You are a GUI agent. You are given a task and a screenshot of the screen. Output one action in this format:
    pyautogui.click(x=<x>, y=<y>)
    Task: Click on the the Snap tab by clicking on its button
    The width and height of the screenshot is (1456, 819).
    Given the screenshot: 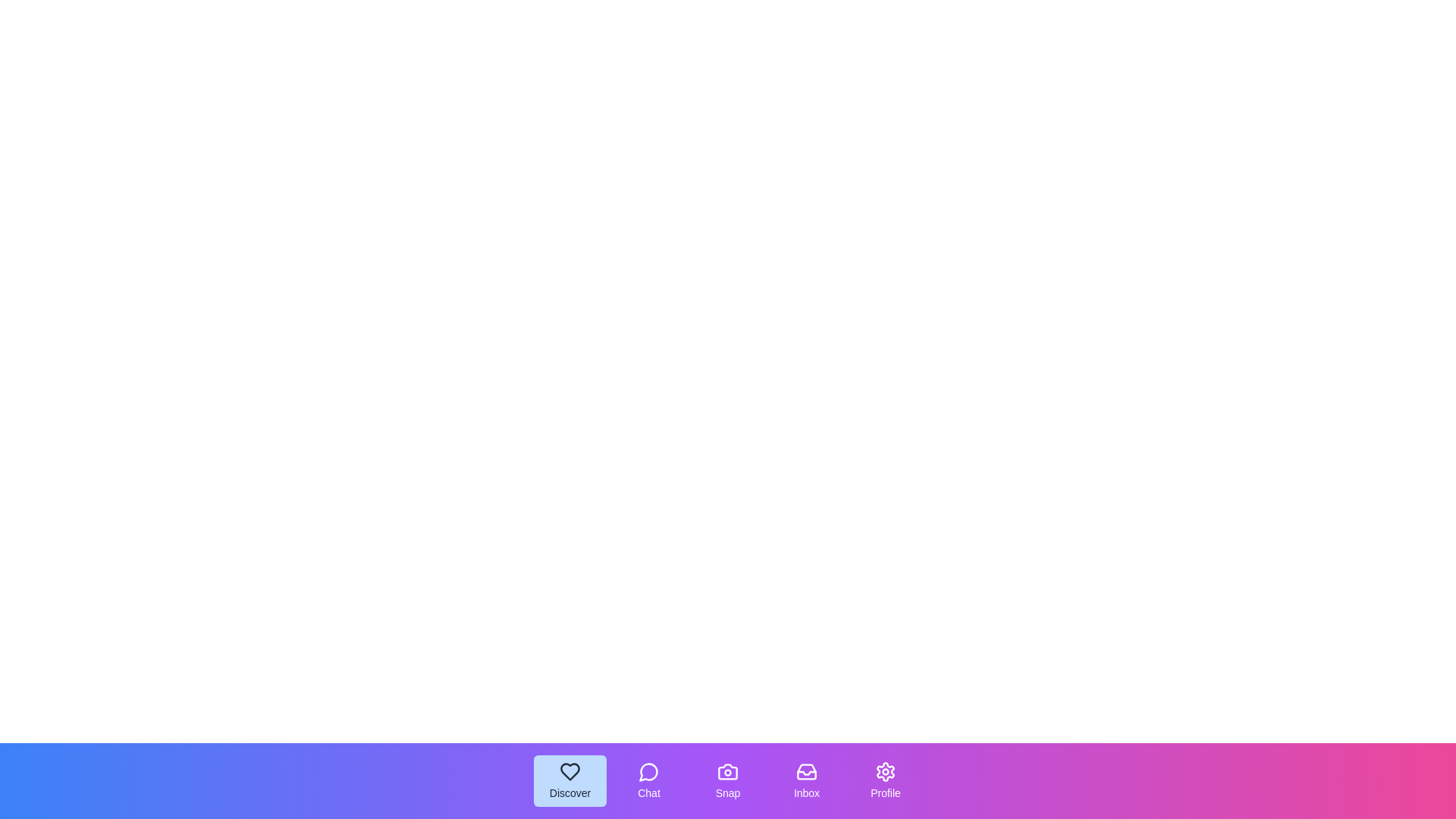 What is the action you would take?
    pyautogui.click(x=728, y=780)
    